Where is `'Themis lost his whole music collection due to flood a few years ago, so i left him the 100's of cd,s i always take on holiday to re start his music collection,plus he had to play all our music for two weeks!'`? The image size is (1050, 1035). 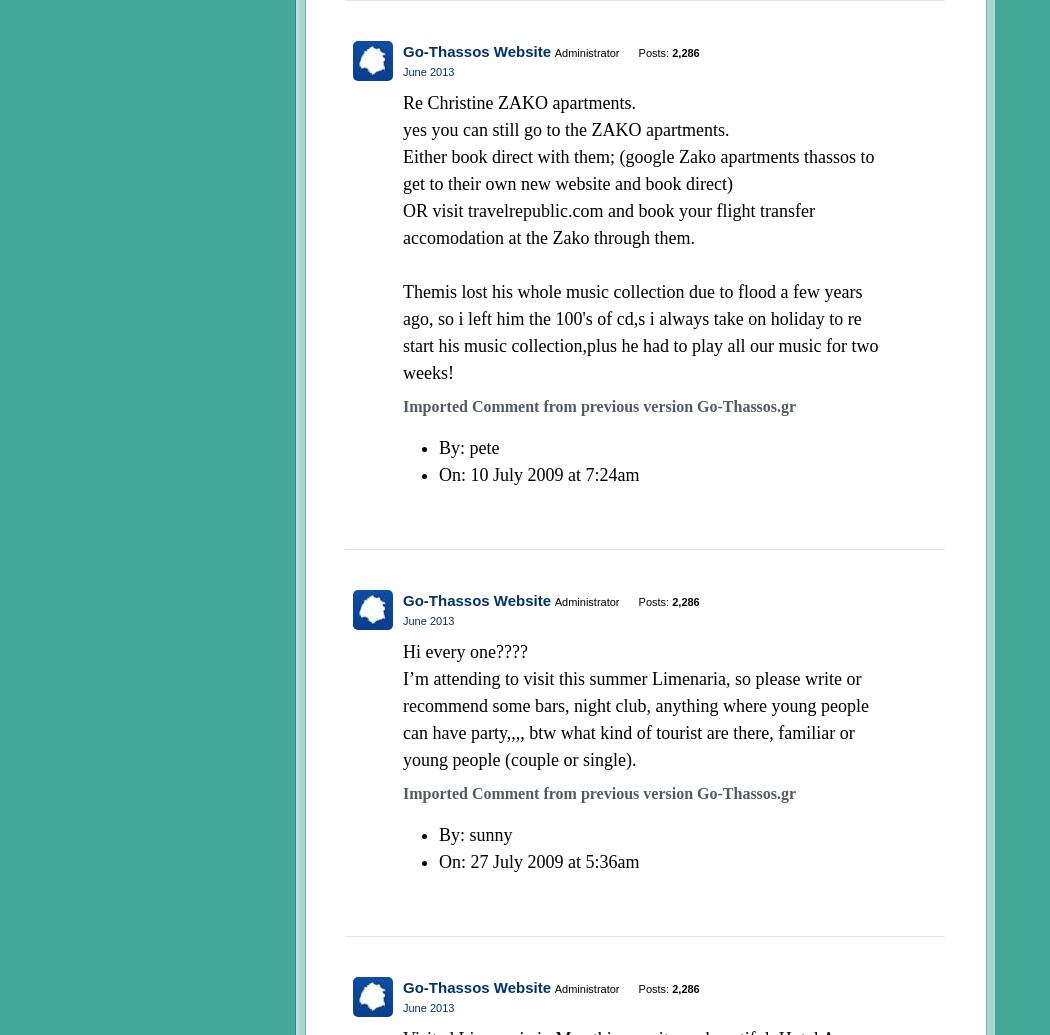 'Themis lost his whole music collection due to flood a few years ago, so i left him the 100's of cd,s i always take on holiday to re start his music collection,plus he had to play all our music for two weeks!' is located at coordinates (639, 331).